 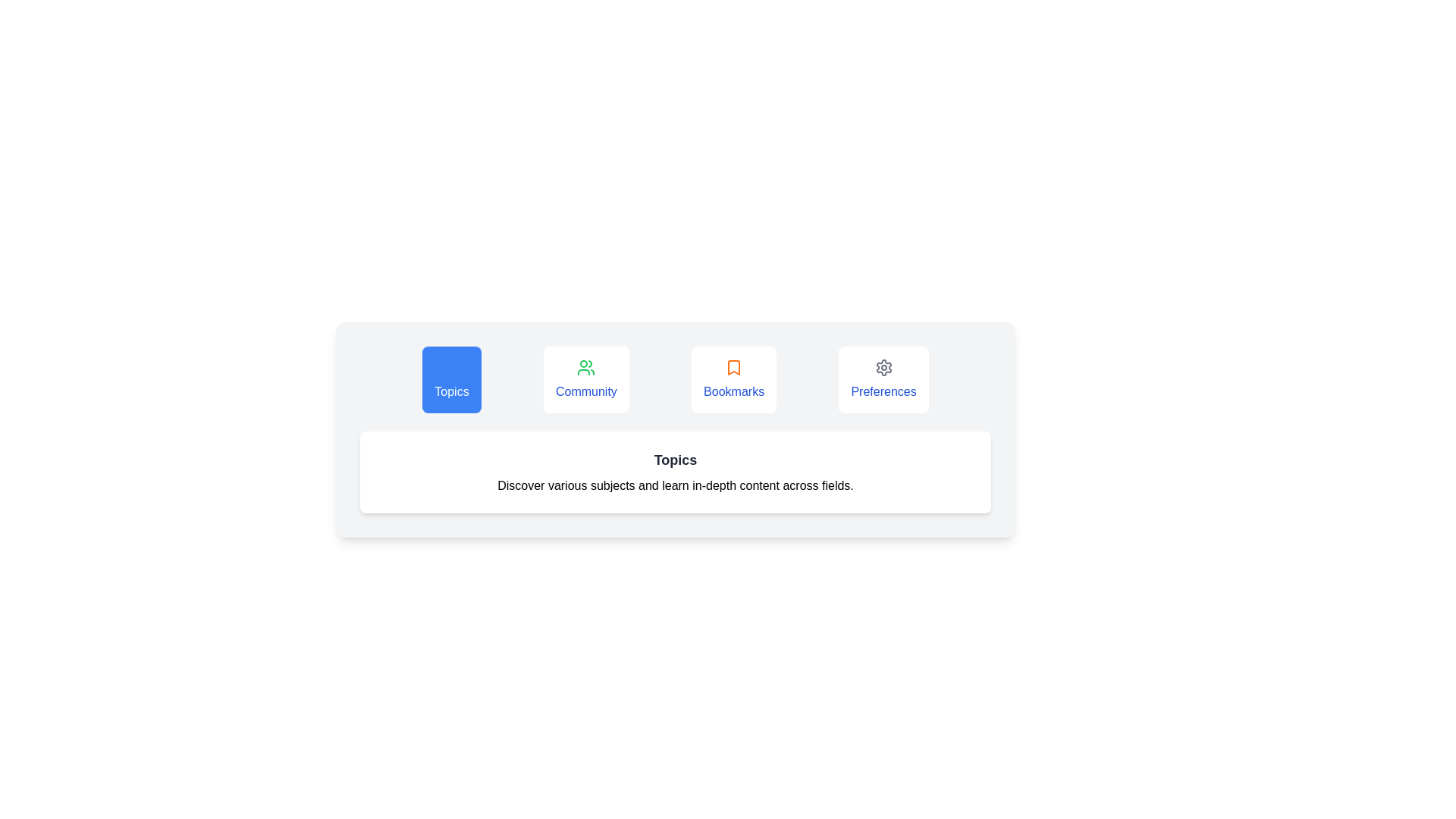 I want to click on the Topics tab by clicking on its button, so click(x=450, y=379).